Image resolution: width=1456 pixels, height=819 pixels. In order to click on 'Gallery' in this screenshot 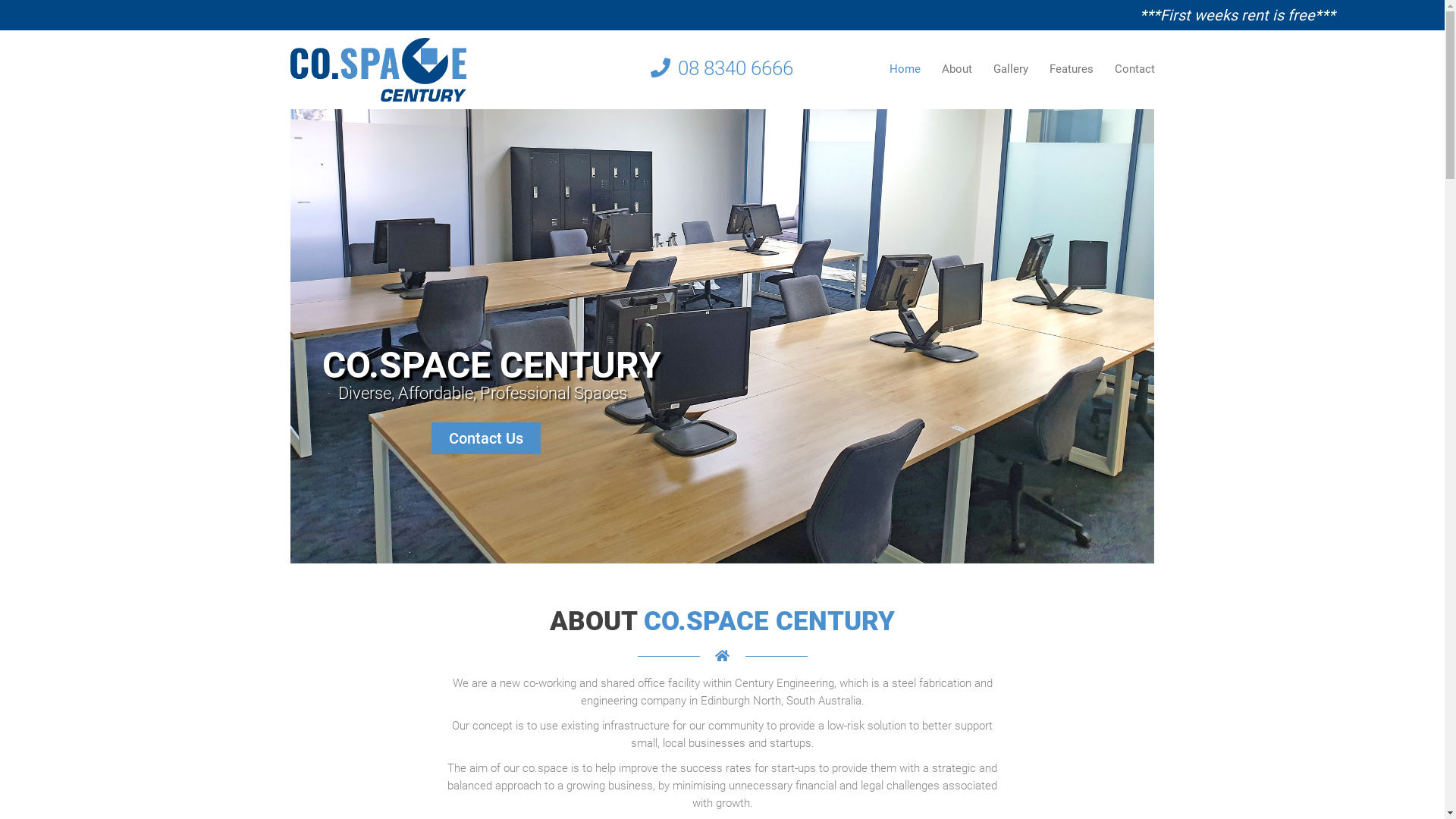, I will do `click(1011, 69)`.